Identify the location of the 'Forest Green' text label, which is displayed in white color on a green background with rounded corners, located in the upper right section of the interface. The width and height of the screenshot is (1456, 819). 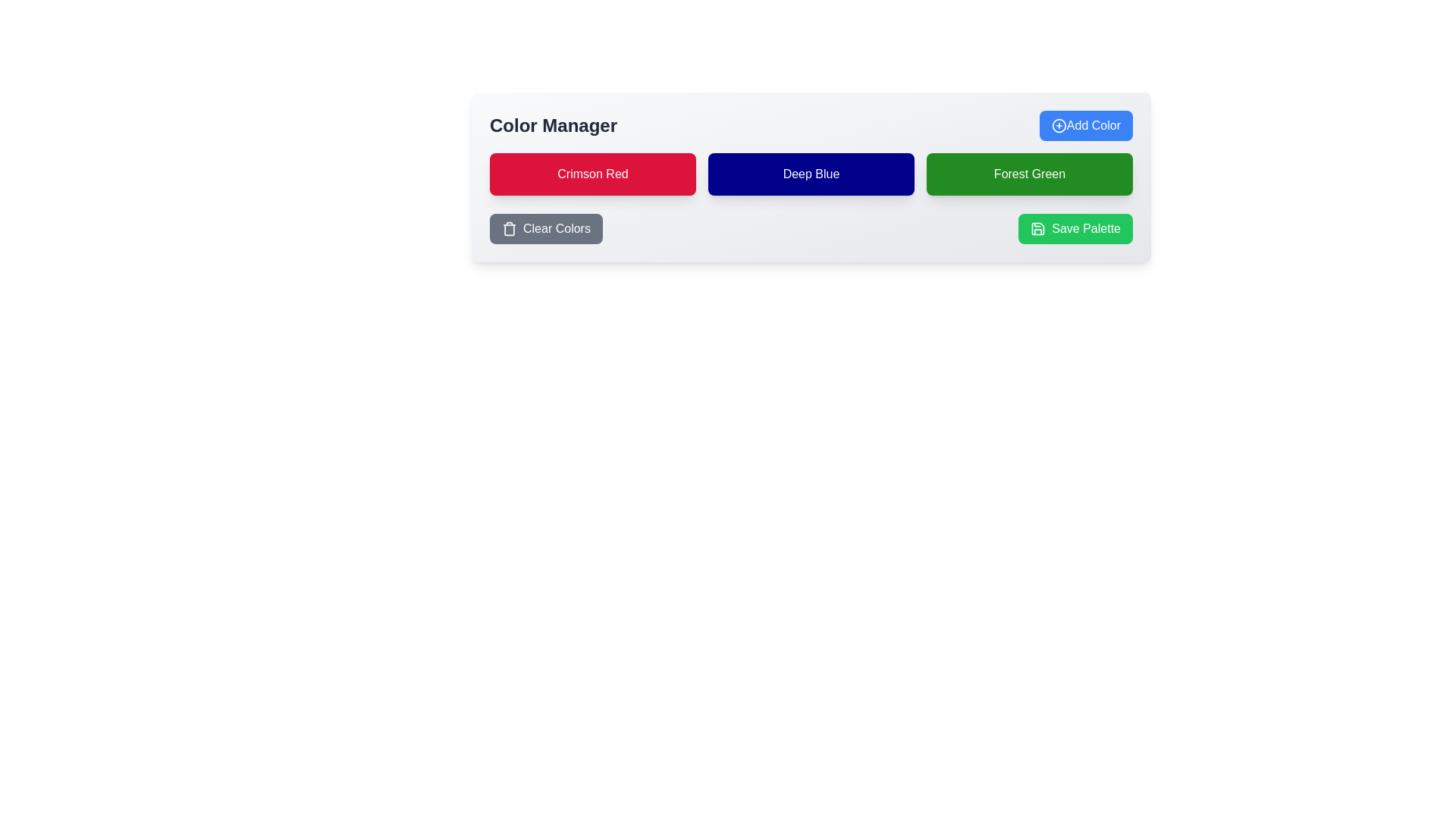
(1030, 174).